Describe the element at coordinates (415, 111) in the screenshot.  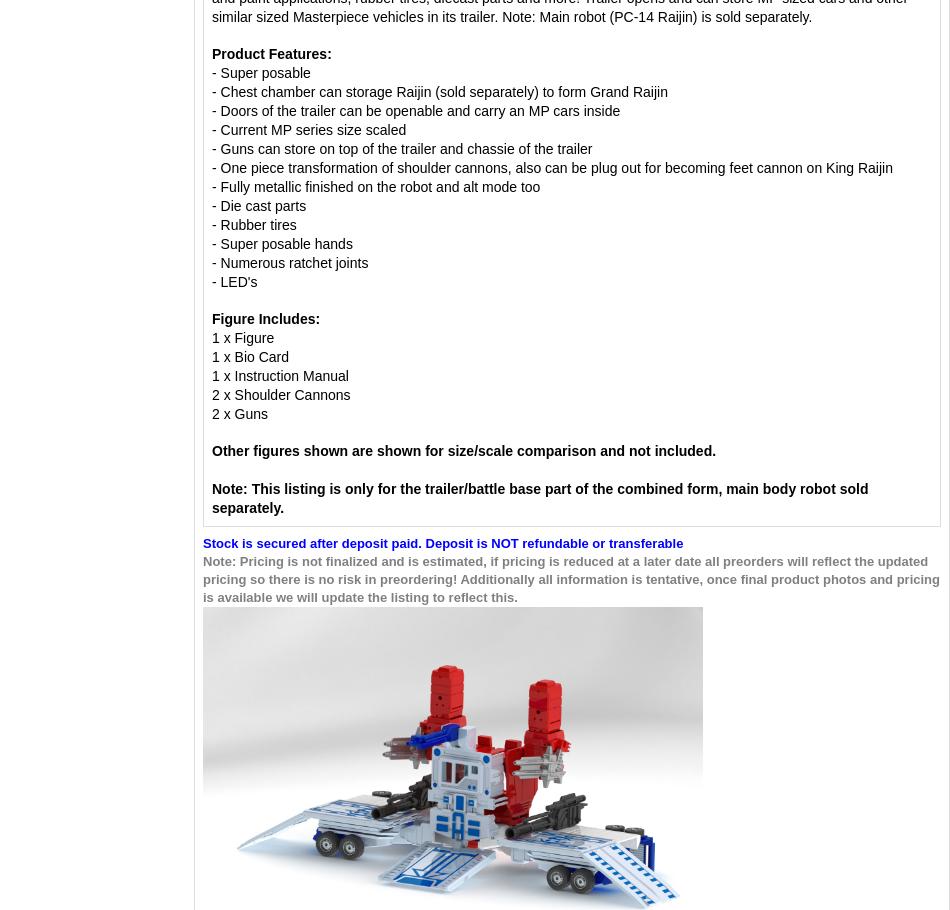
I see `'- Doors of the trailer can be openable and carry an MP cars inside'` at that location.